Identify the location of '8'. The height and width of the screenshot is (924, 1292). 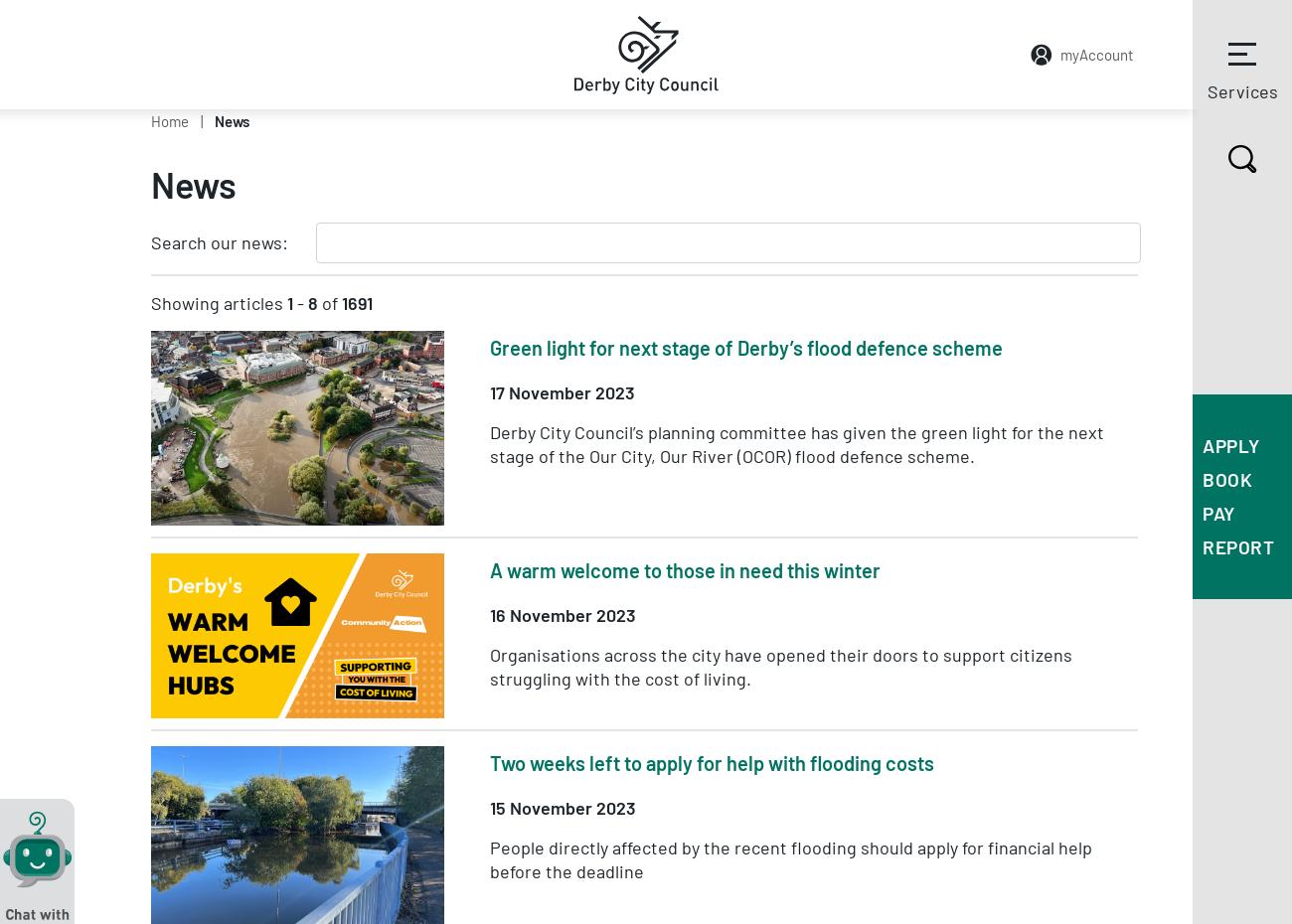
(312, 303).